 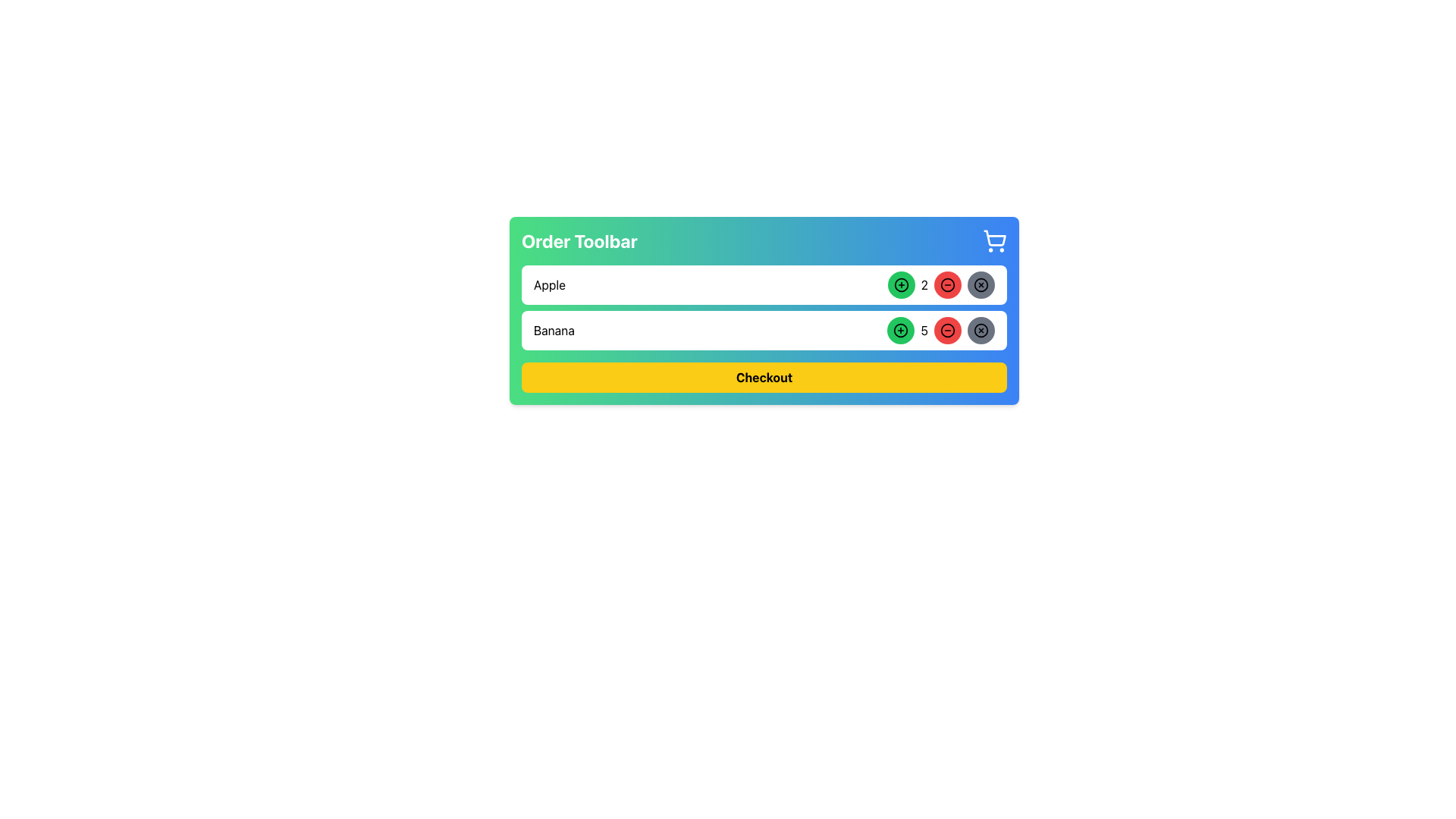 What do you see at coordinates (901, 329) in the screenshot?
I see `the circular region of the green '+' button that increases the count of the associated item, located adjacent to the '5' value in the second row of the list` at bounding box center [901, 329].